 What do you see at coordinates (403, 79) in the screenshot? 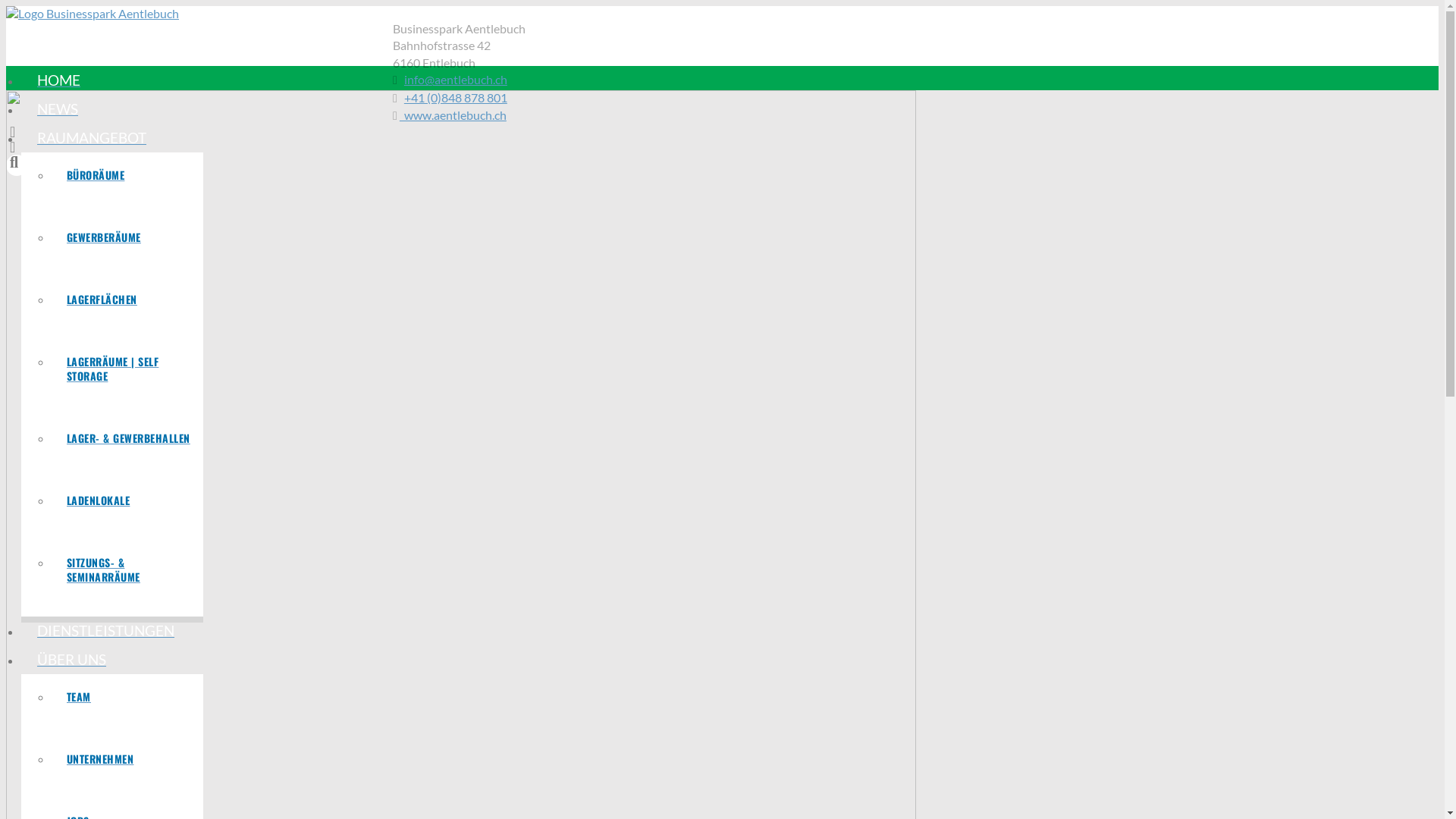
I see `'info@aentlebuch.ch'` at bounding box center [403, 79].